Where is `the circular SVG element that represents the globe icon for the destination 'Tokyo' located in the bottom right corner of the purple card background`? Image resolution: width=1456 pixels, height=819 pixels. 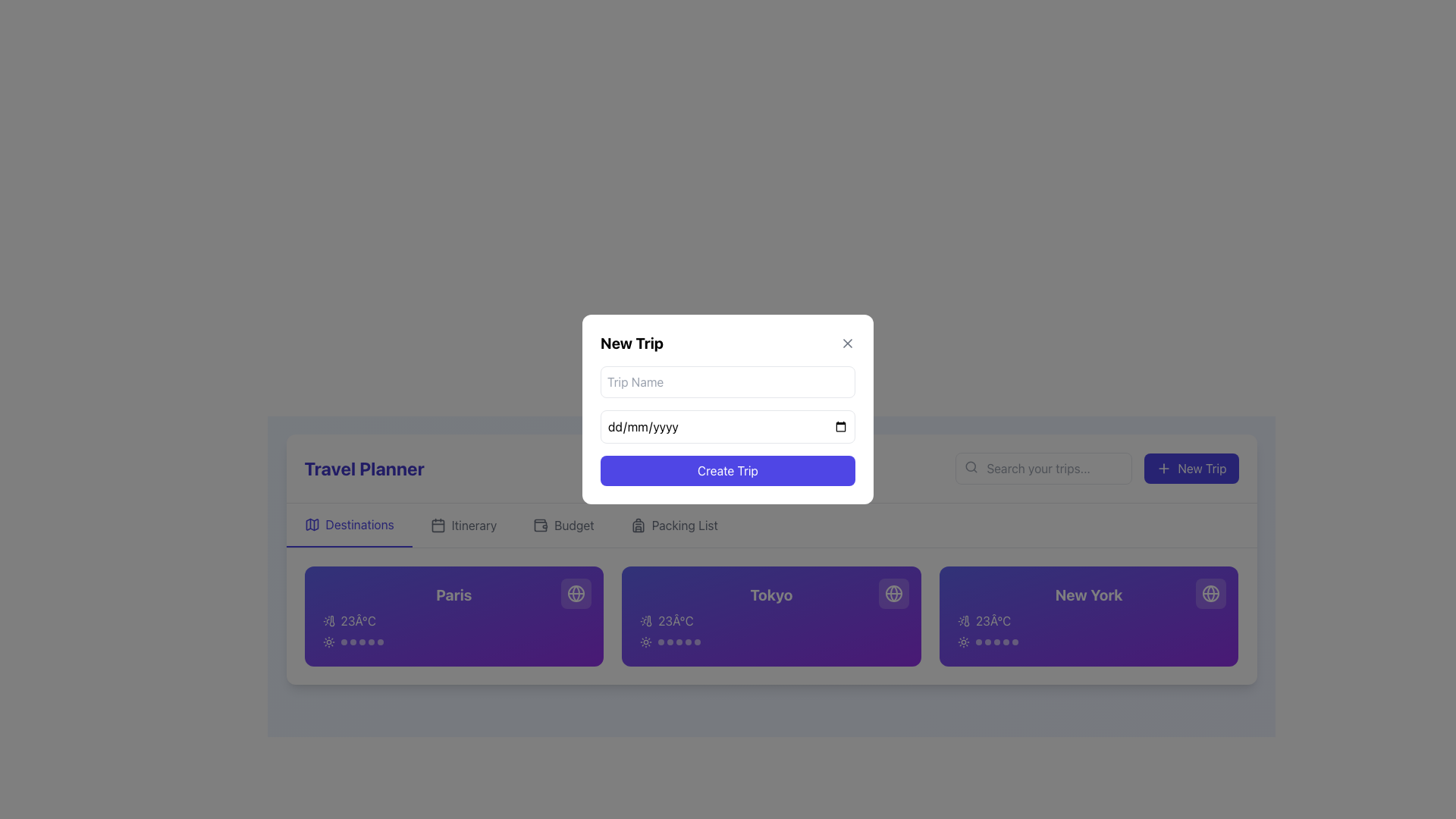 the circular SVG element that represents the globe icon for the destination 'Tokyo' located in the bottom right corner of the purple card background is located at coordinates (893, 593).